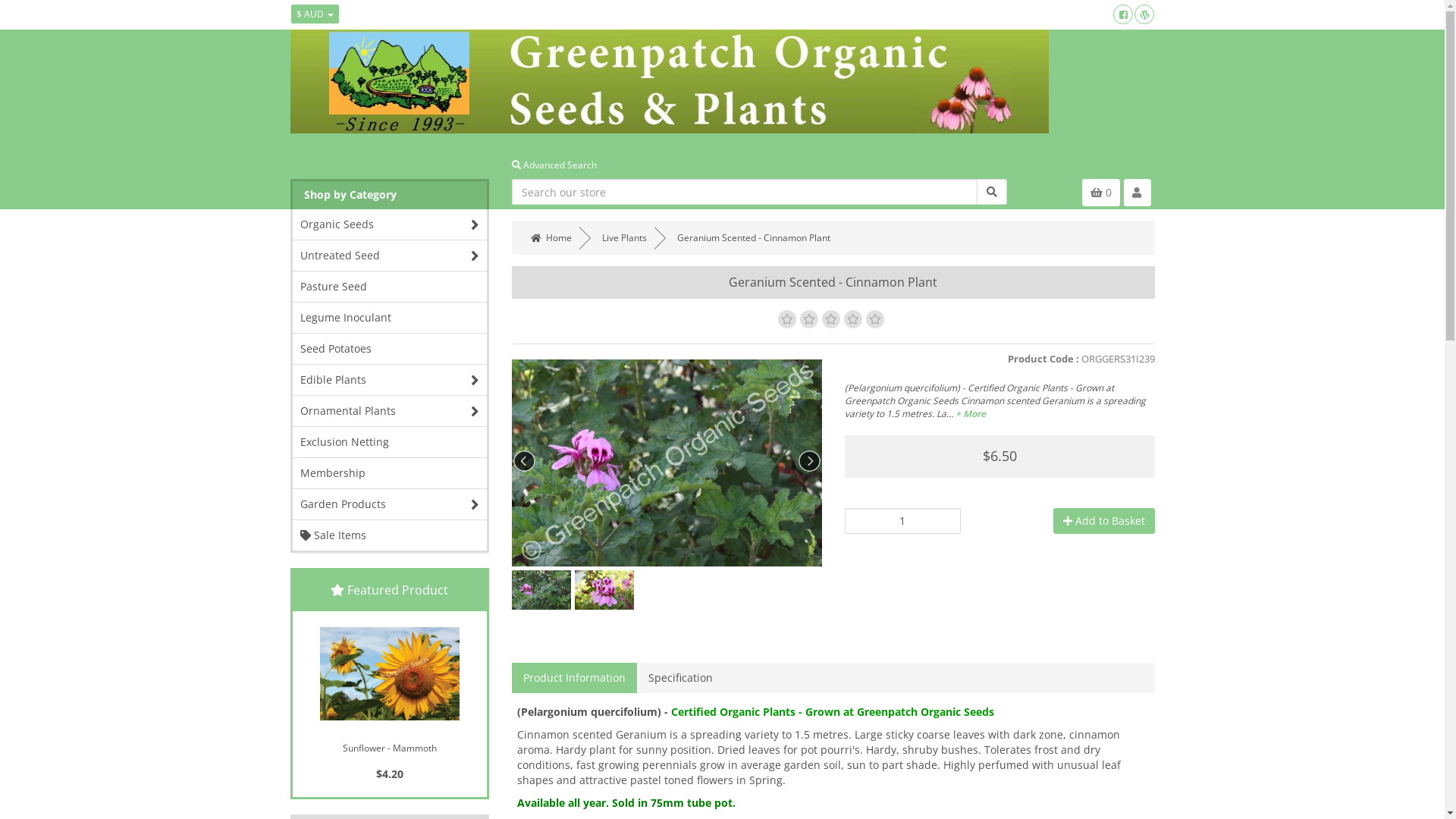 The height and width of the screenshot is (819, 1456). I want to click on 'Live Plants', so click(624, 237).